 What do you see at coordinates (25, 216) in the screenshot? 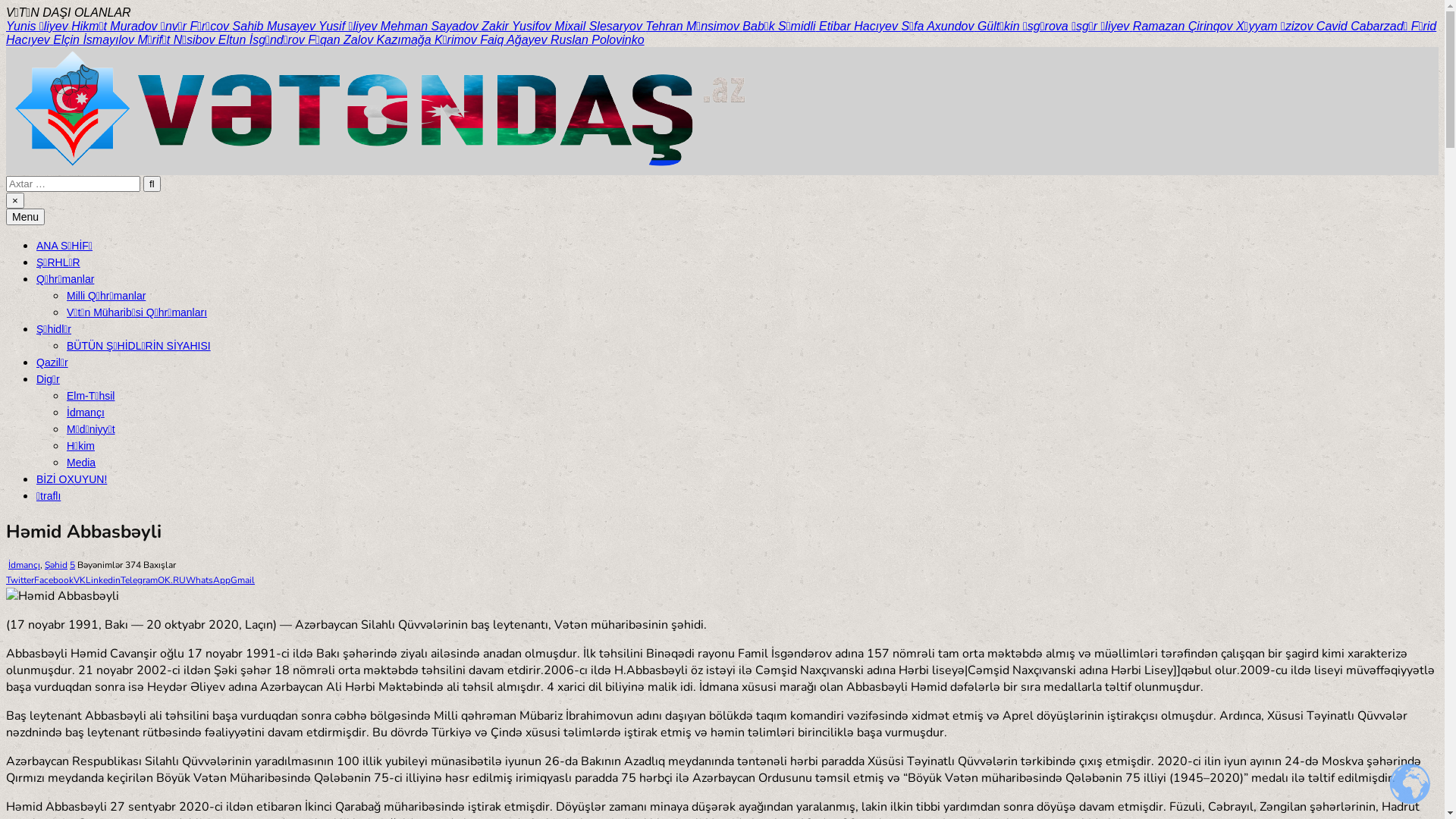
I see `'Menu'` at bounding box center [25, 216].